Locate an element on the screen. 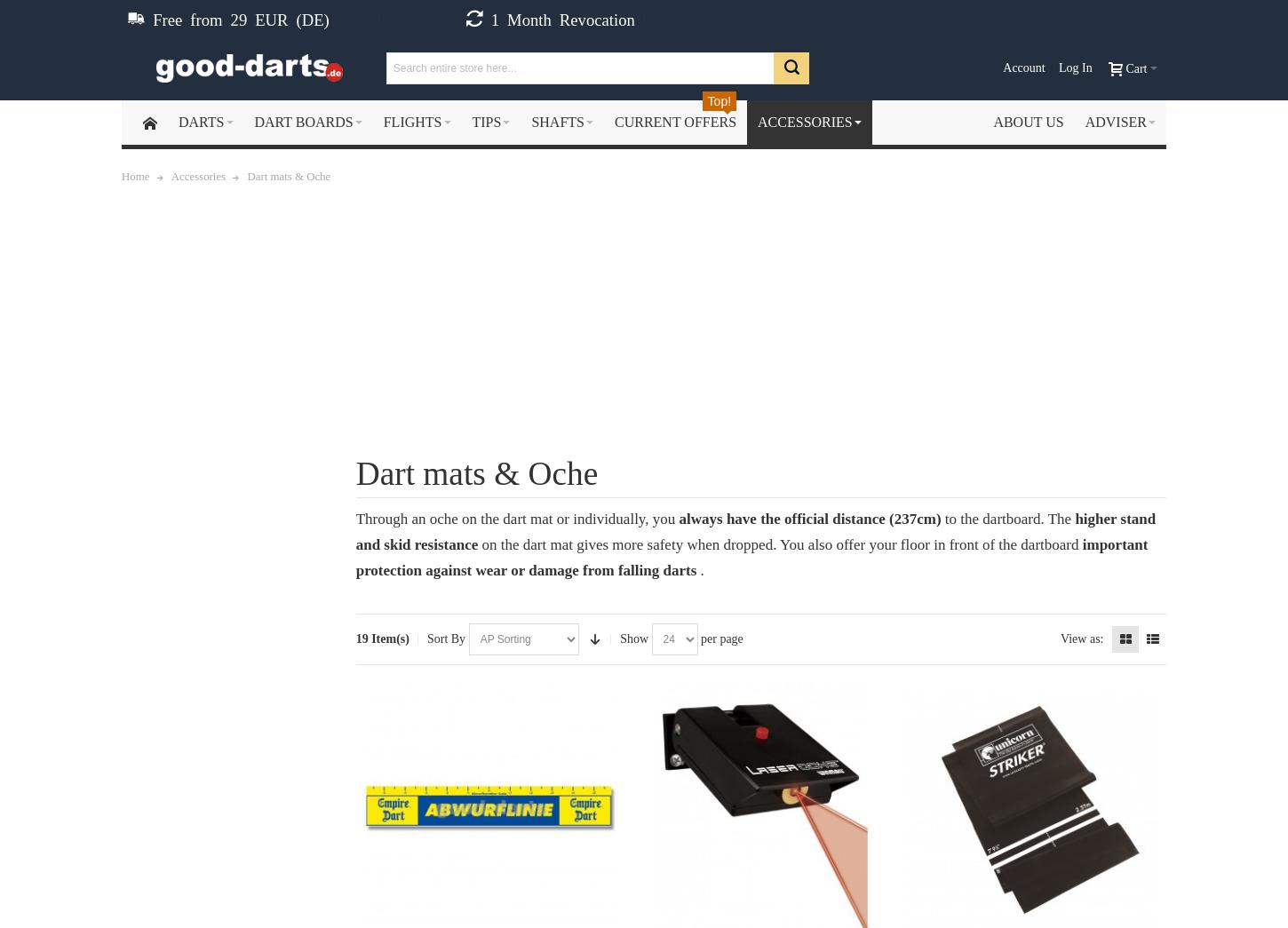  'About us' is located at coordinates (1027, 121).